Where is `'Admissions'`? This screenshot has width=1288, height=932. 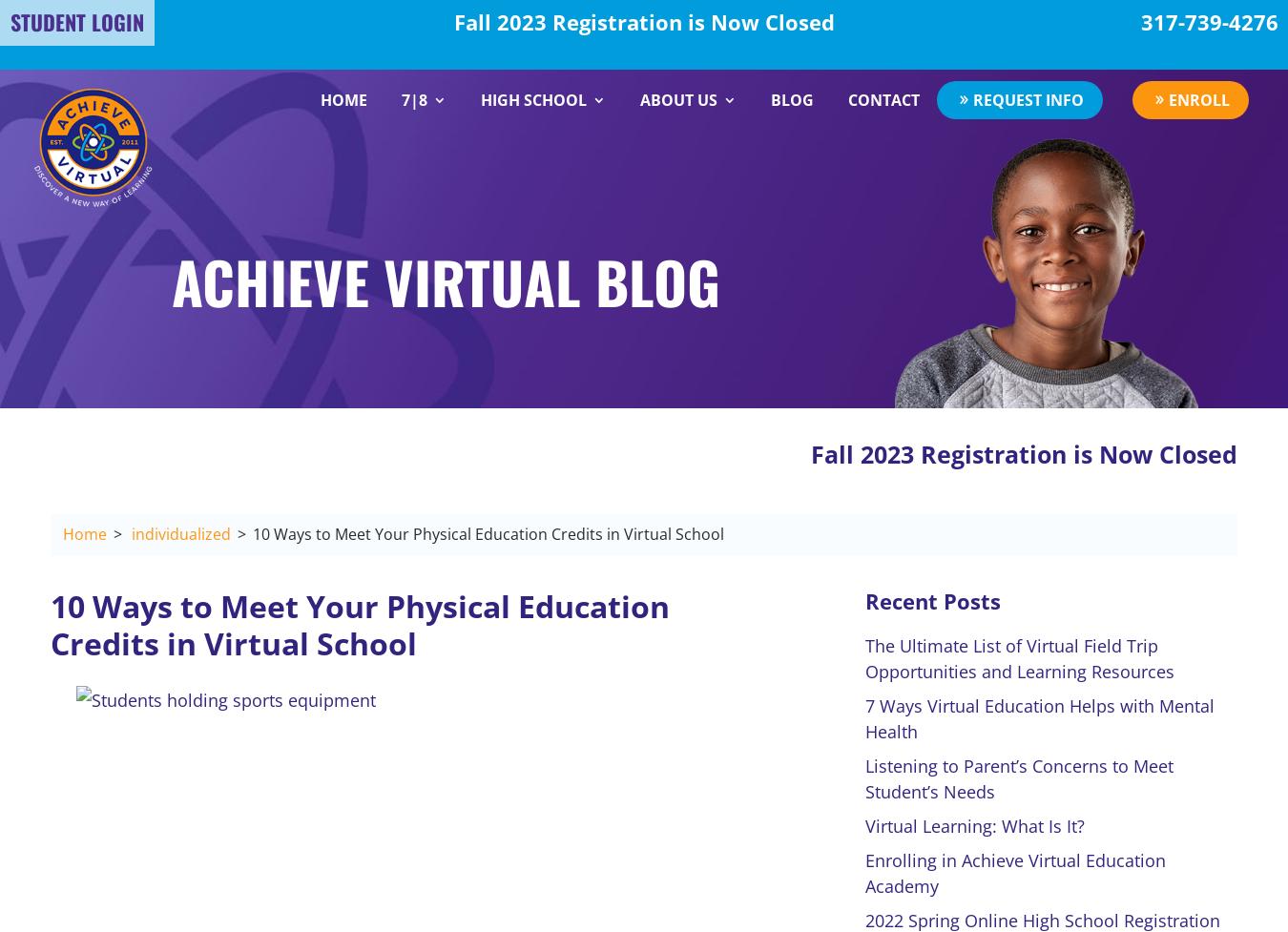
'Admissions' is located at coordinates (658, 162).